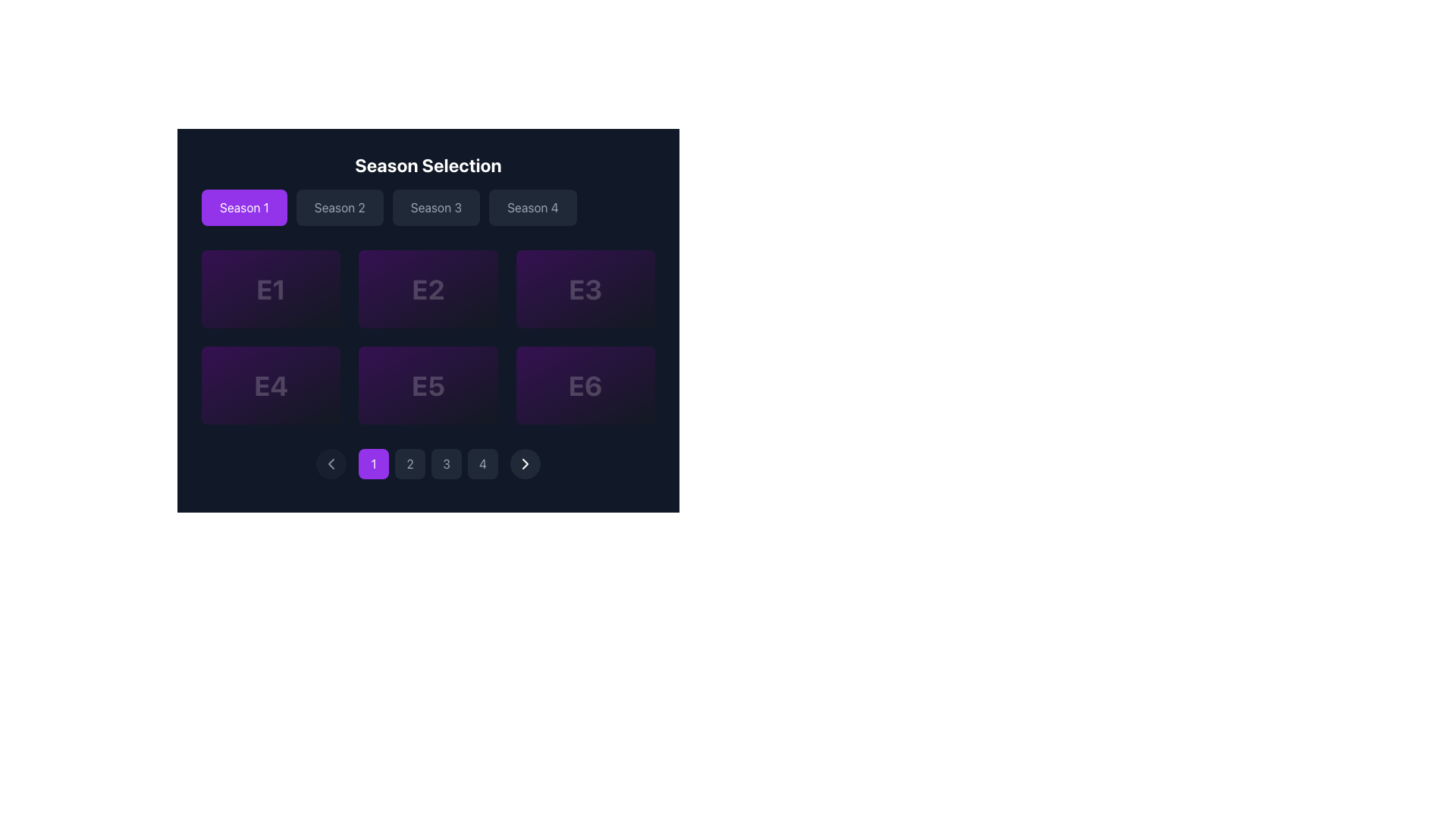  Describe the element at coordinates (525, 463) in the screenshot. I see `the navigation button located in the bottom-right corner of the pagination control bar` at that location.